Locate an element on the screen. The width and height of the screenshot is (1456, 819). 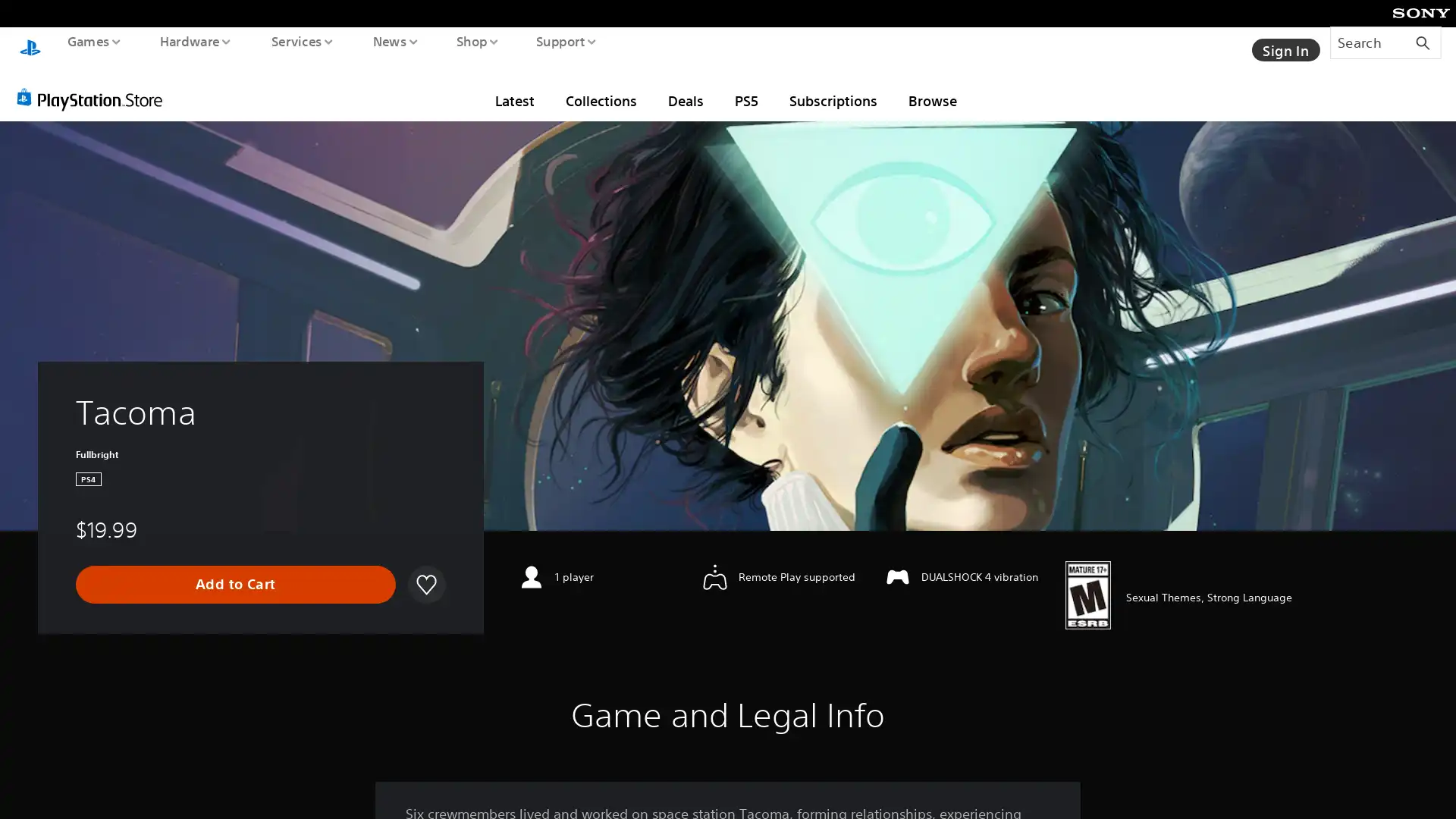
Add to Cart is located at coordinates (234, 570).